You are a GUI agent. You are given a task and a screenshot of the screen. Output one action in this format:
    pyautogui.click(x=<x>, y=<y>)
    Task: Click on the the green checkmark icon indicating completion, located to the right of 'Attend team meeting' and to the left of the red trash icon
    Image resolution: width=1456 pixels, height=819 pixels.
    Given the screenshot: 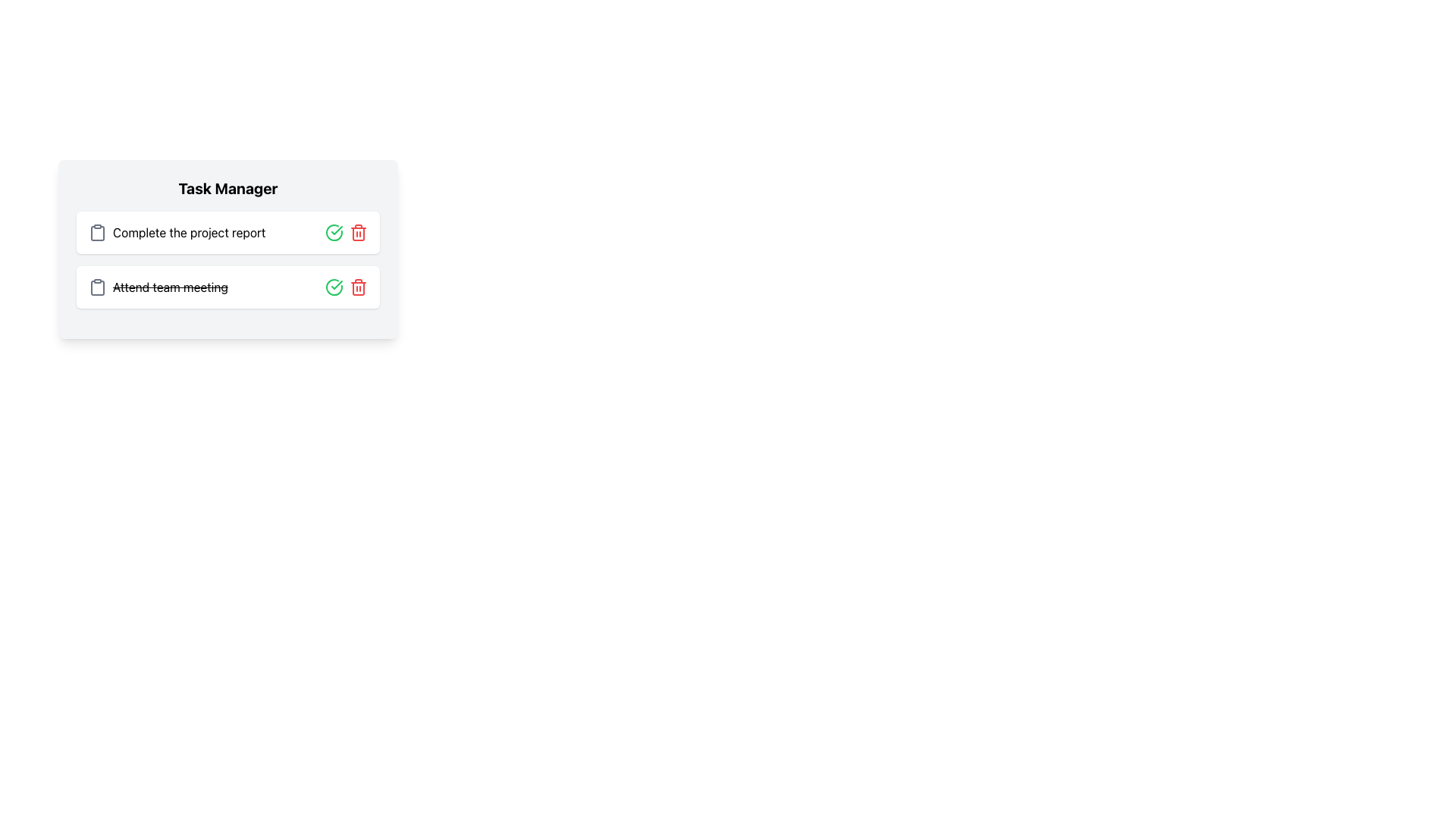 What is the action you would take?
    pyautogui.click(x=334, y=287)
    